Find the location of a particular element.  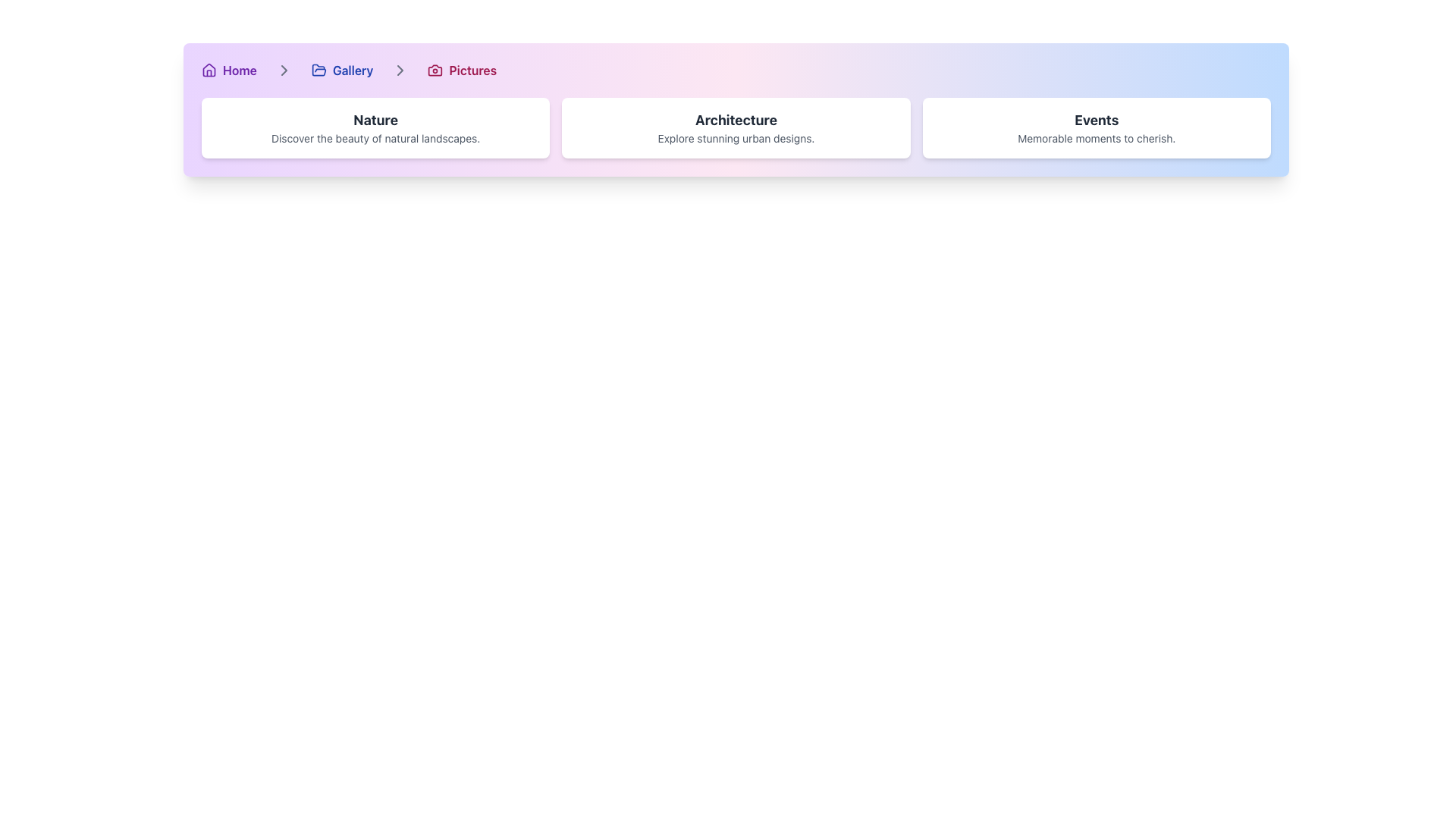

the bold, large-sized static text reading 'Events' which is styled in dark gray color and located at the top of a rounded rectangular card is located at coordinates (1097, 119).